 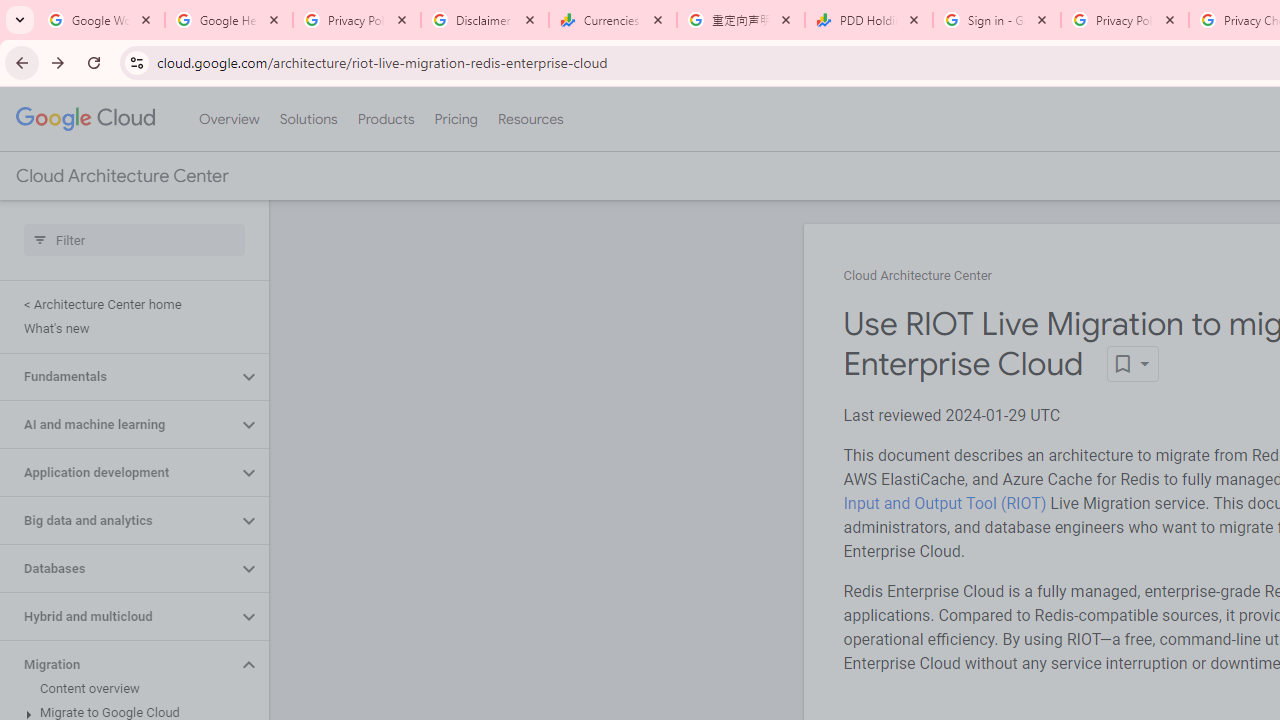 I want to click on 'Currencies - Google Finance', so click(x=612, y=20).